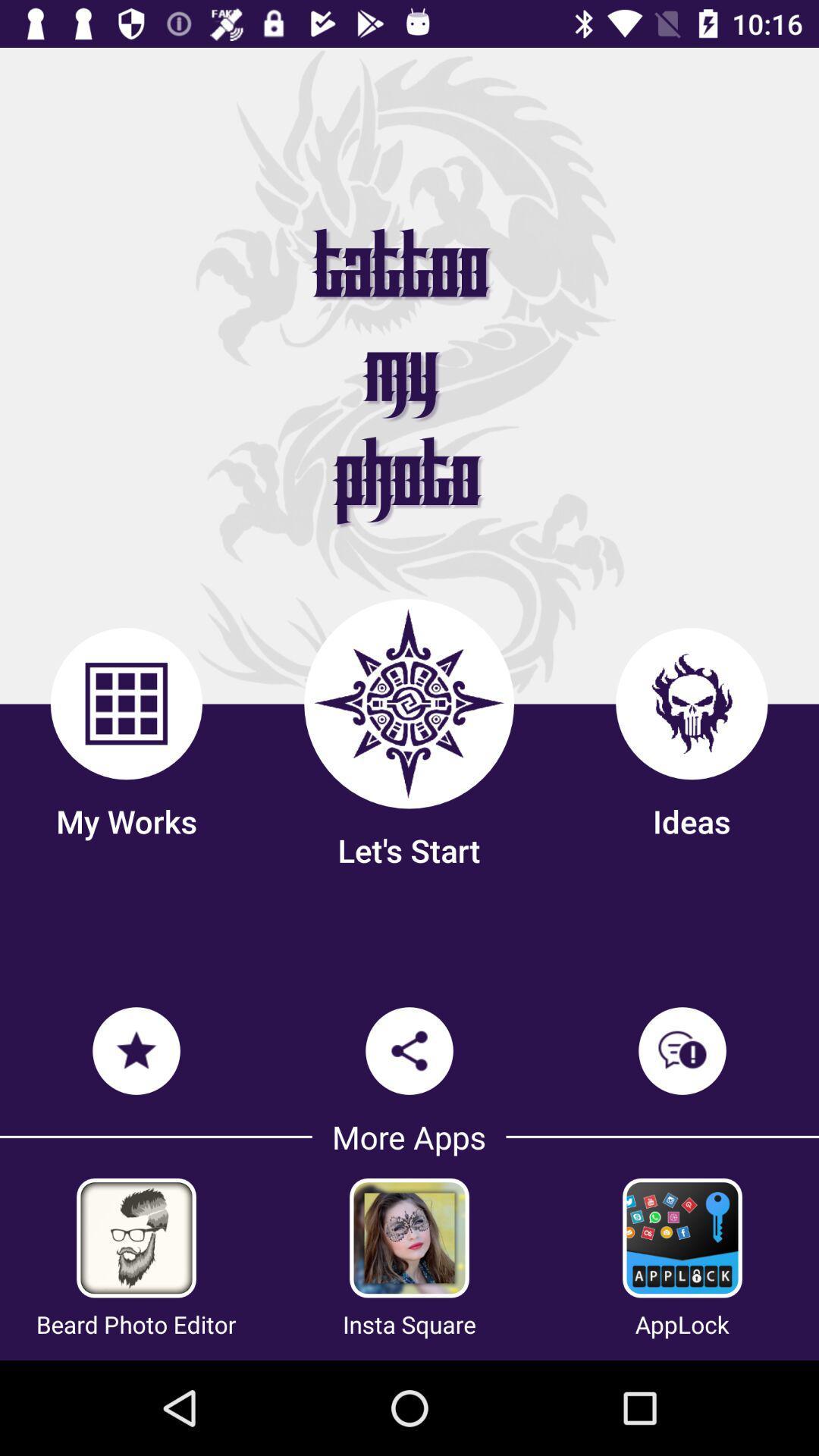 The image size is (819, 1456). What do you see at coordinates (135, 1323) in the screenshot?
I see `icon next to insta square item` at bounding box center [135, 1323].